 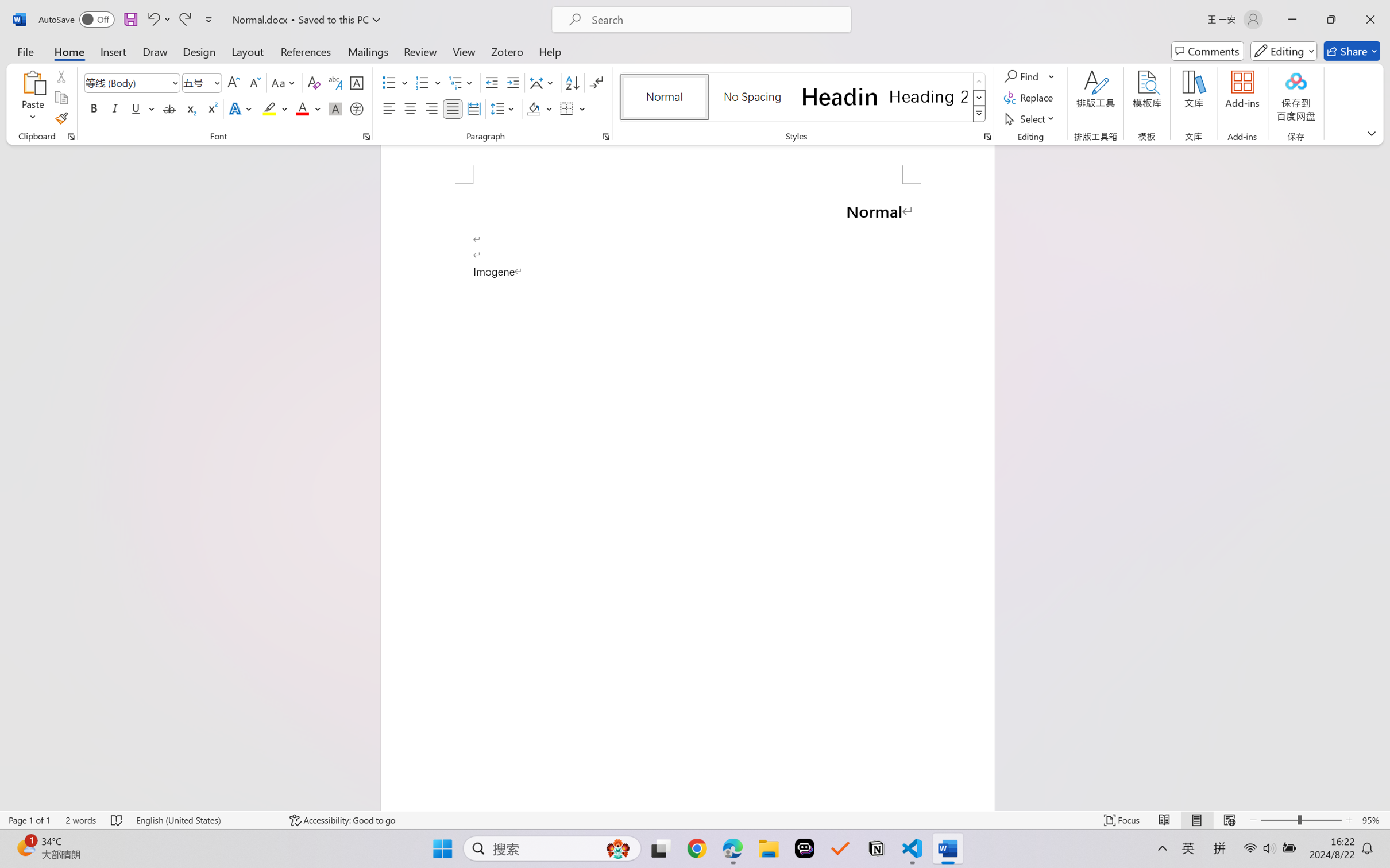 I want to click on 'Replace...', so click(x=1029, y=98).